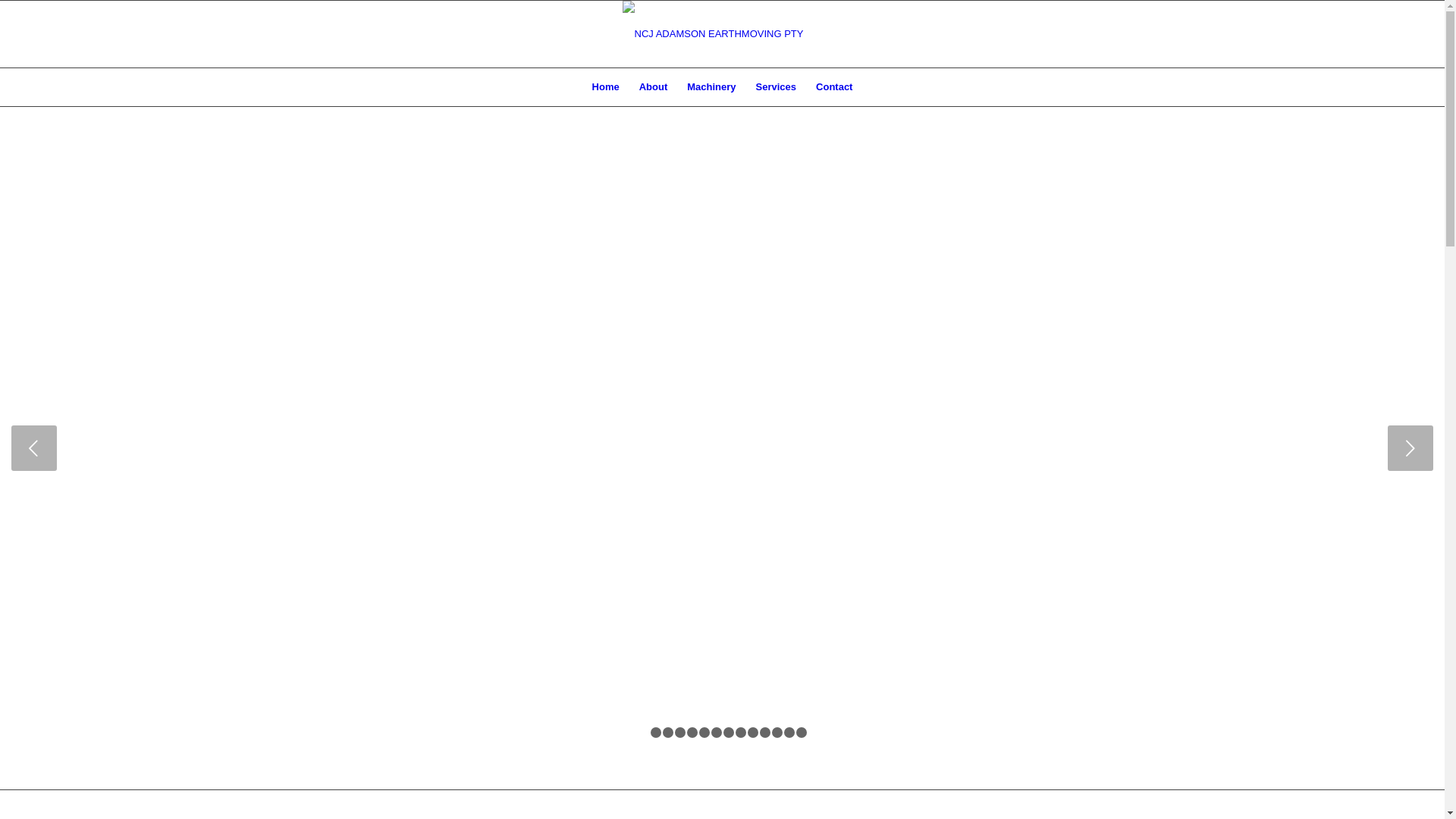 The height and width of the screenshot is (819, 1456). What do you see at coordinates (33, 447) in the screenshot?
I see `'Previous'` at bounding box center [33, 447].